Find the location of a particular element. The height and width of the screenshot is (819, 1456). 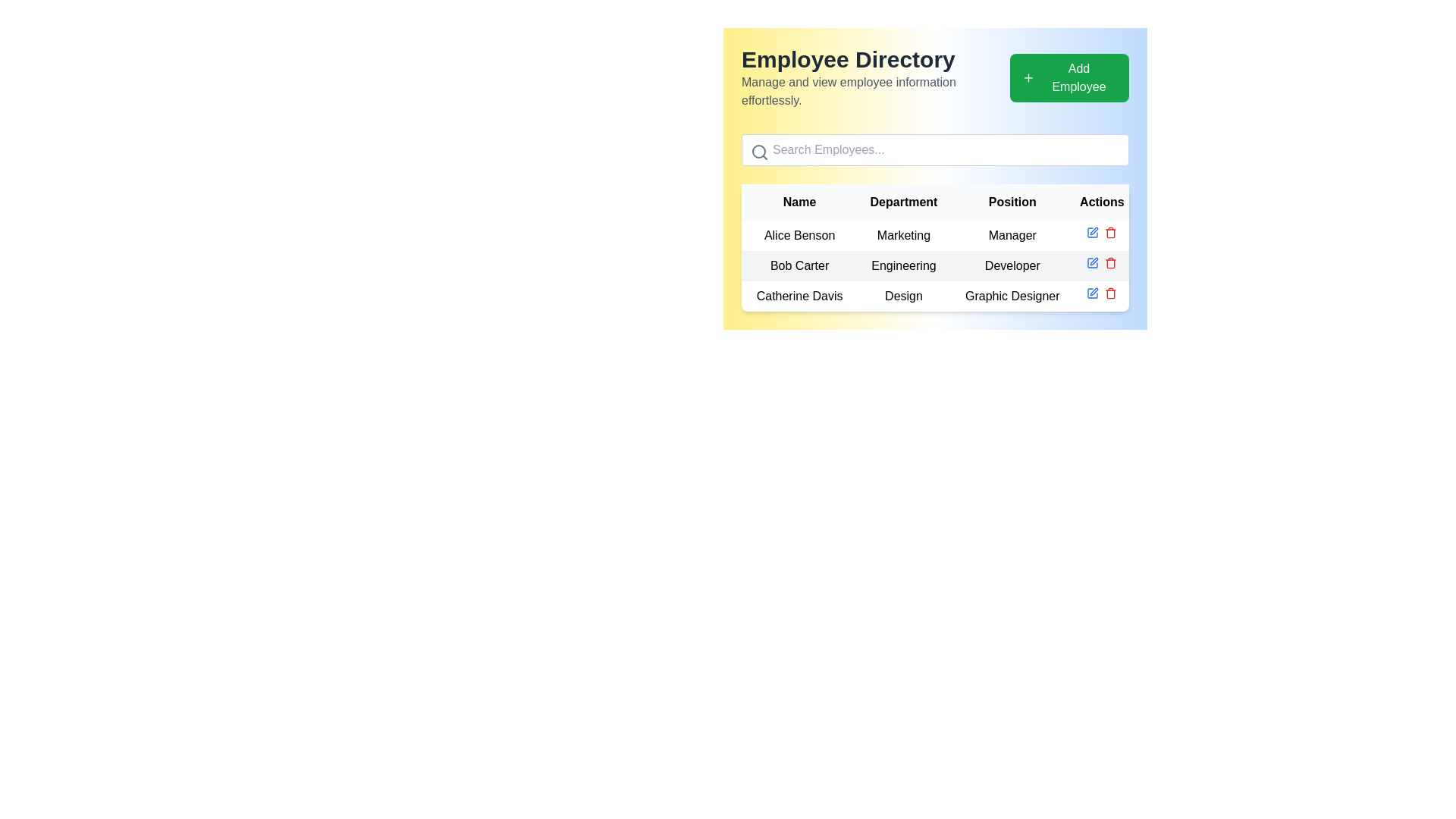

the 'Employee Directory' text block, which features a bold heading and a smaller subheading, located in the top-left portion of a yellow-background area is located at coordinates (875, 78).